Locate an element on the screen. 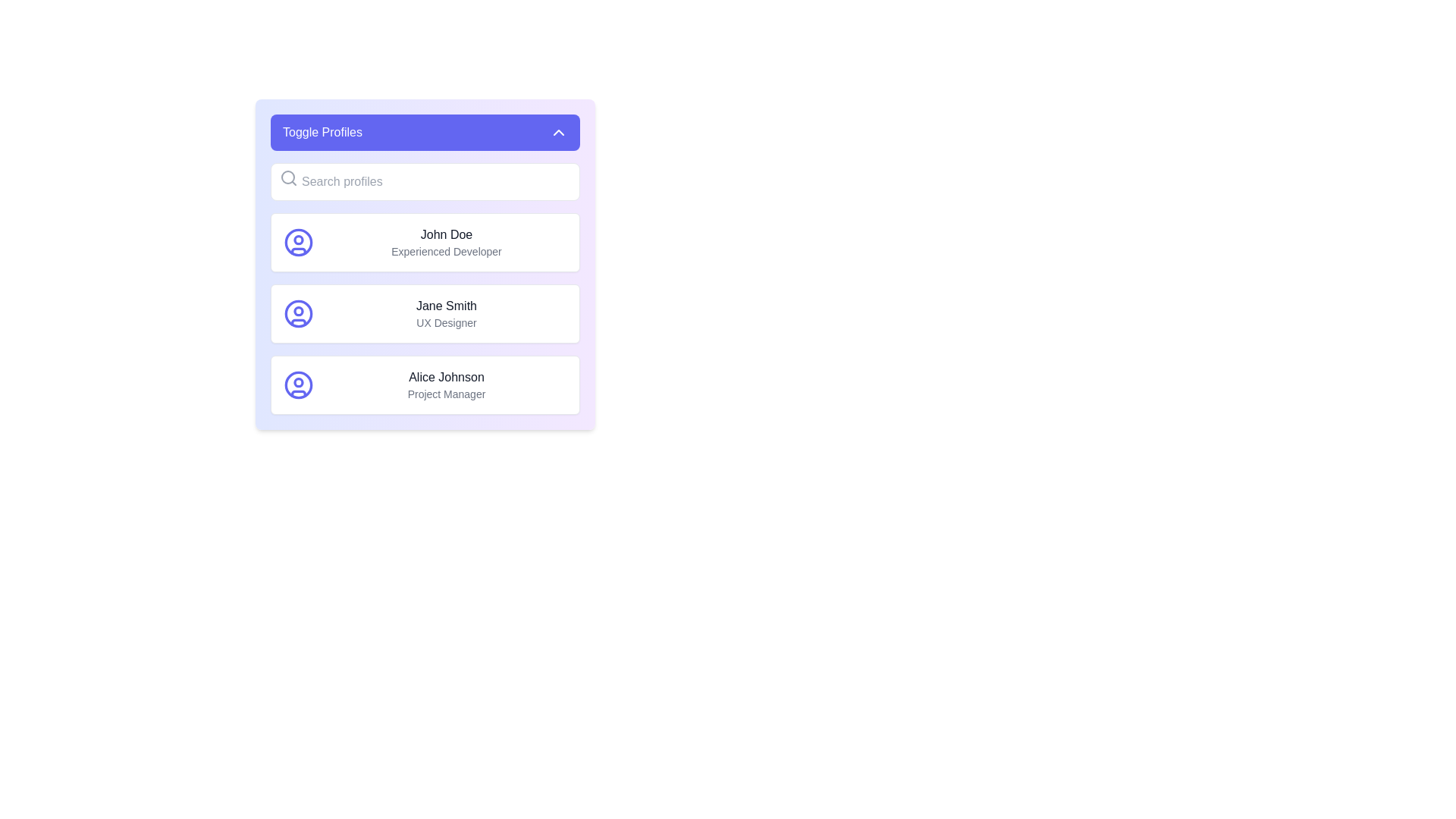 The height and width of the screenshot is (819, 1456). the magnifying glass icon representing the search function, which is located inside the text input field labeled 'Search profiles' is located at coordinates (288, 177).